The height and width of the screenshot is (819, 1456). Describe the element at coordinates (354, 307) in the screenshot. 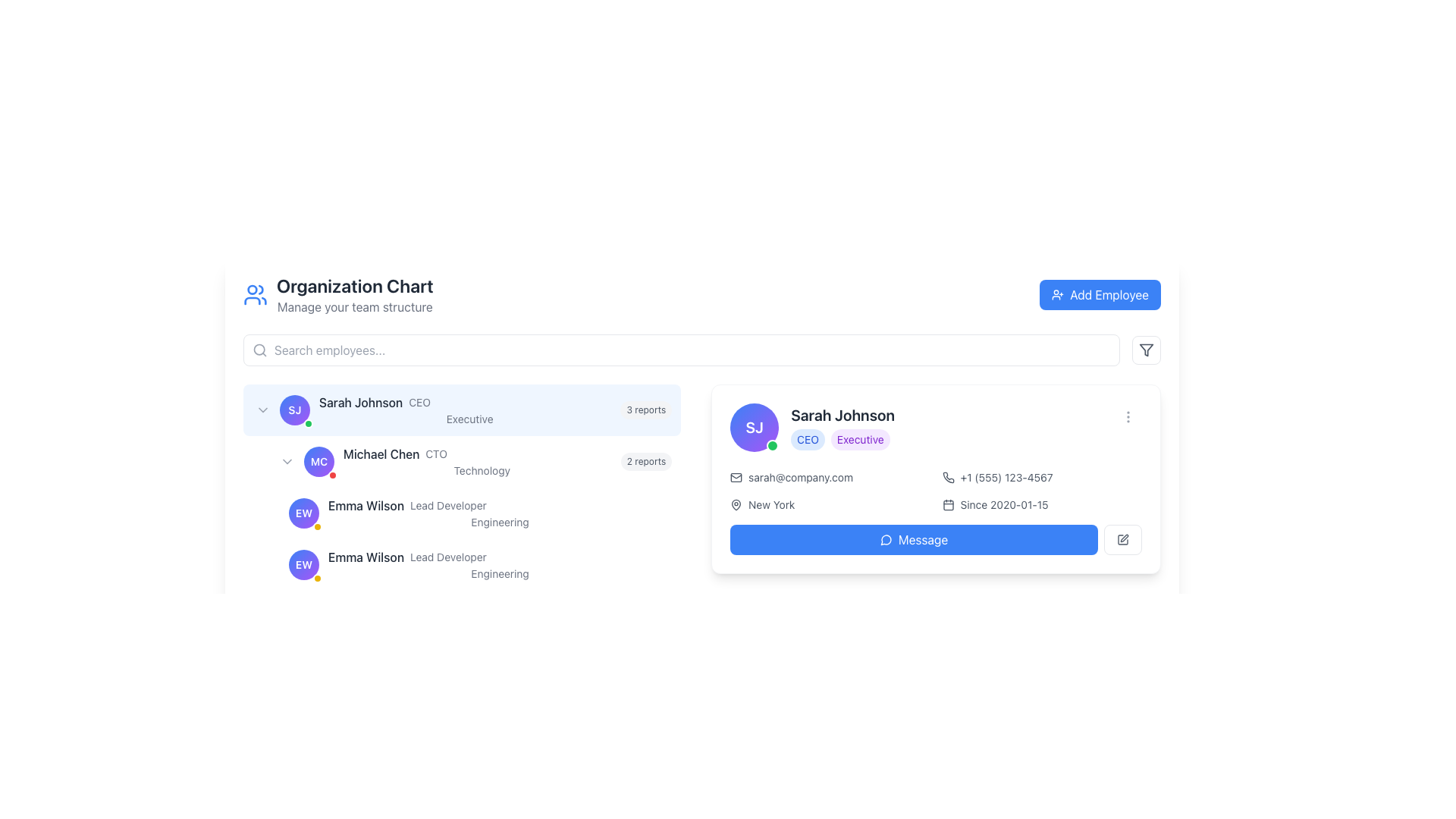

I see `text label located directly beneath the 'Organization Chart' heading, which provides additional description or context for that section` at that location.